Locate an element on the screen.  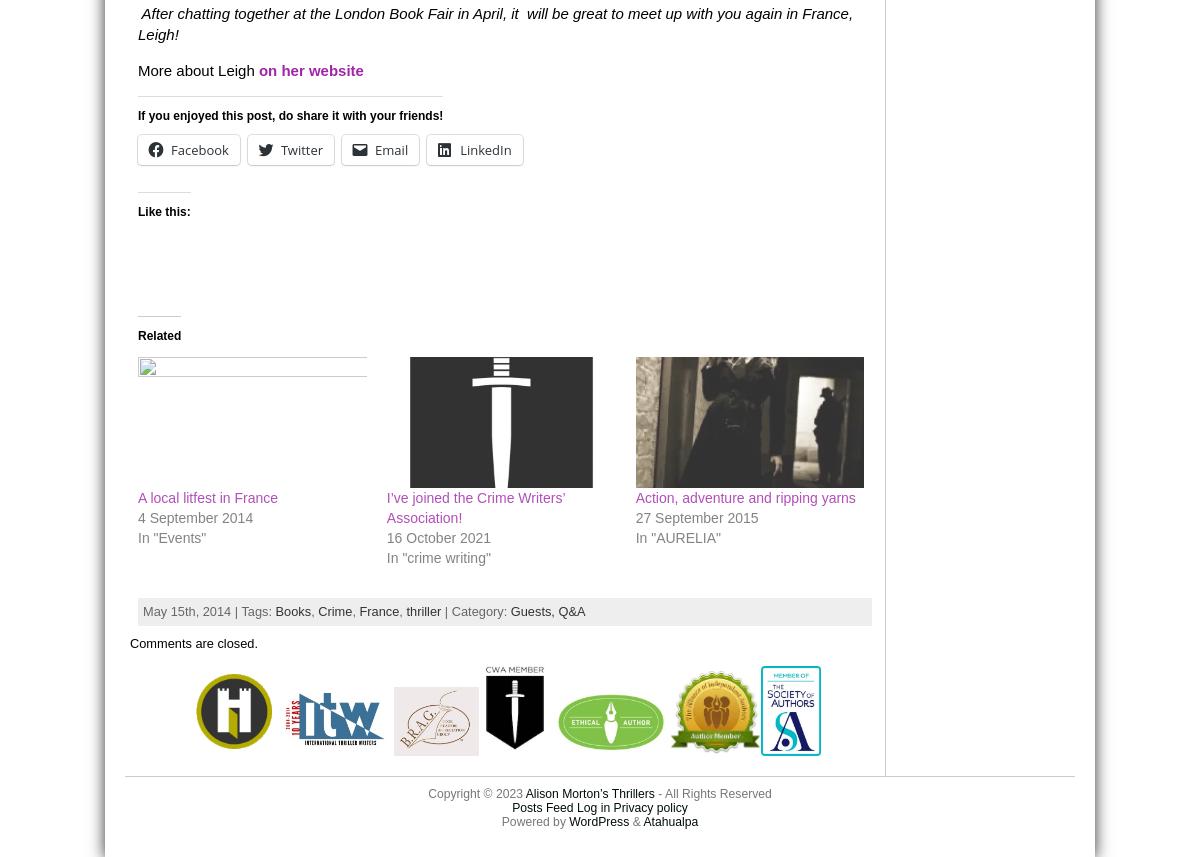
'Powered by' is located at coordinates (533, 820).